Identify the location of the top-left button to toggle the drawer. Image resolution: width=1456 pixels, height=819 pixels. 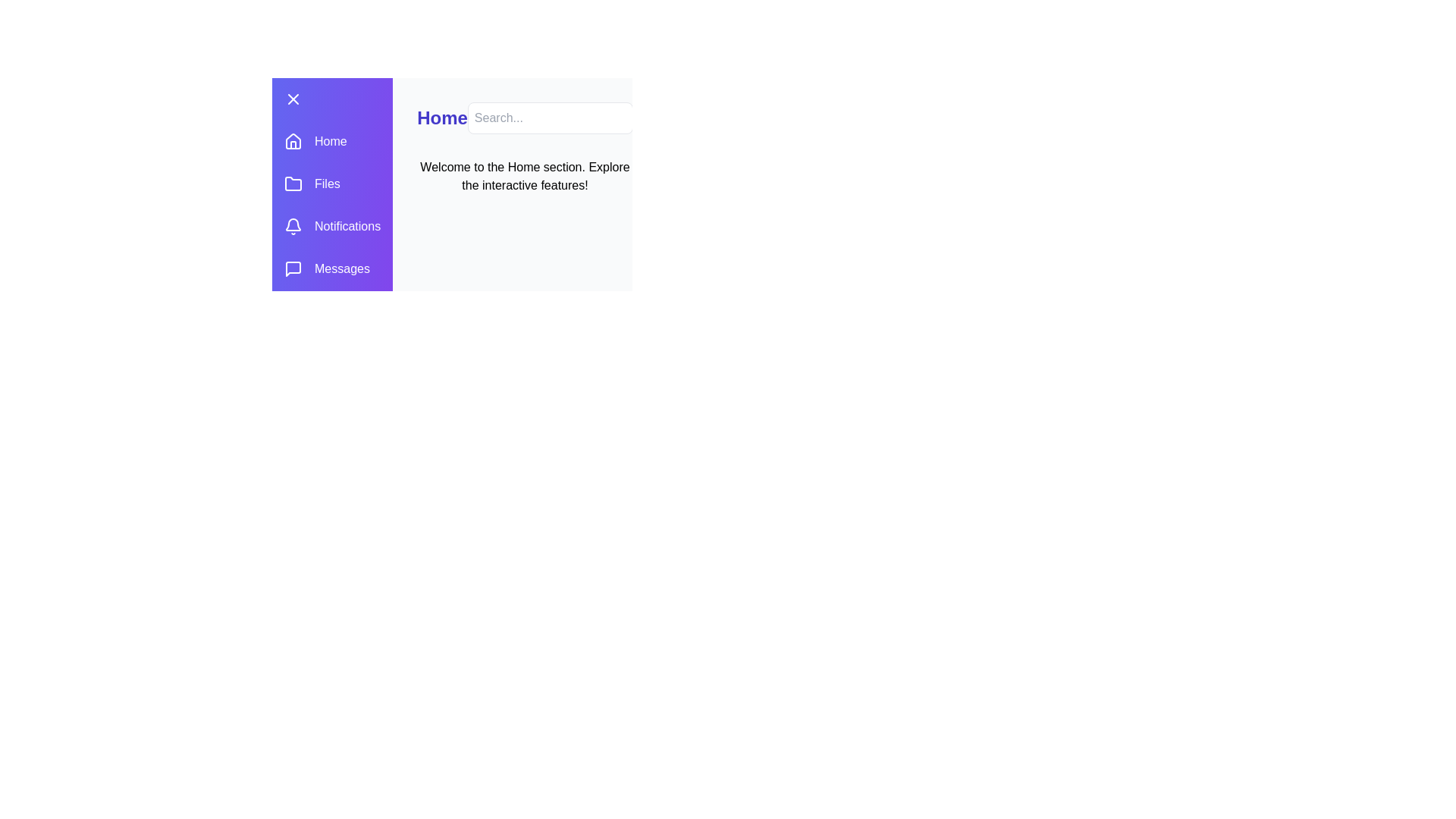
(331, 99).